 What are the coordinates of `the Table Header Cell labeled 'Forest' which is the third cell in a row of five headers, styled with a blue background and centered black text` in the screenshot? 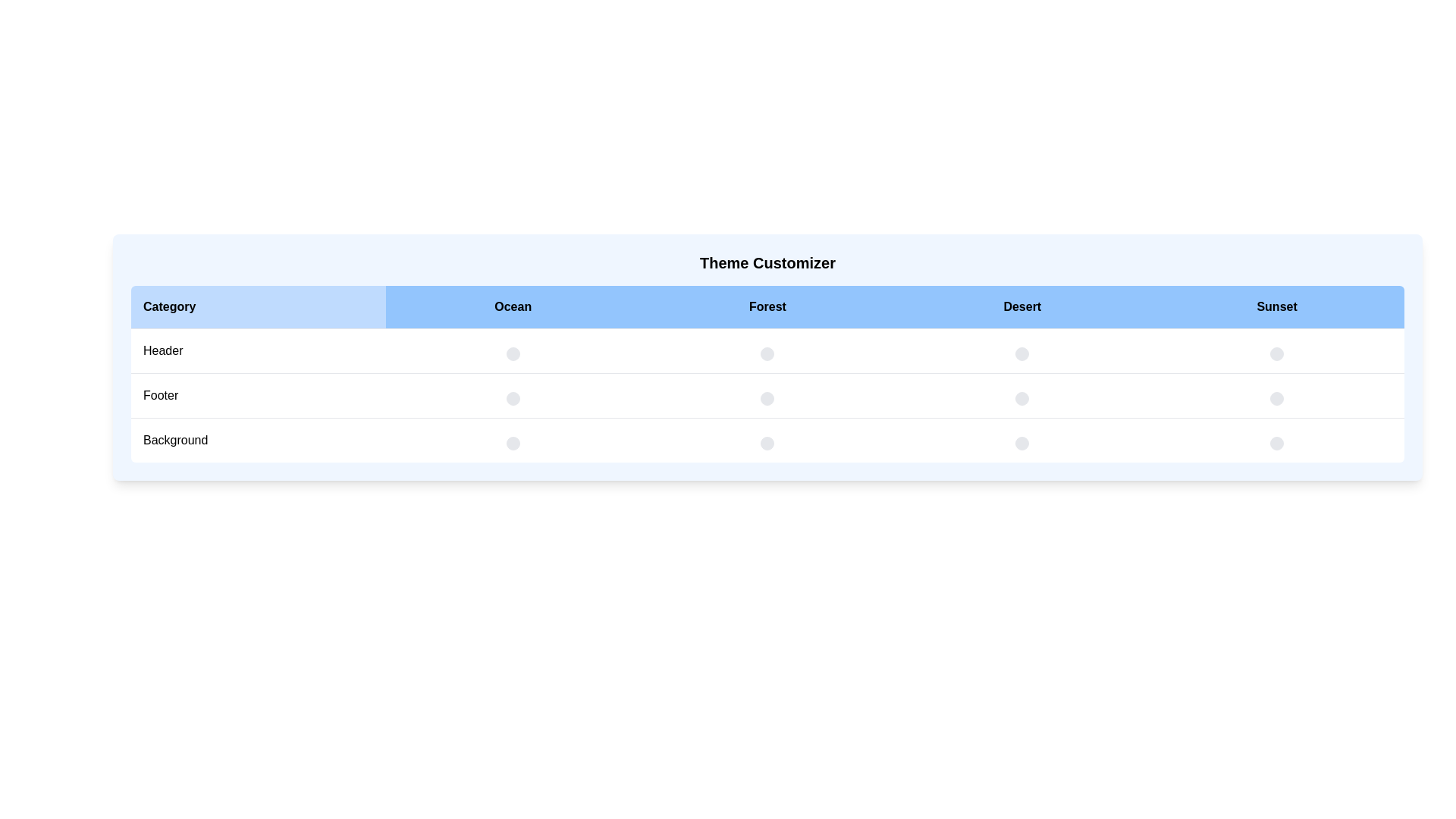 It's located at (767, 307).